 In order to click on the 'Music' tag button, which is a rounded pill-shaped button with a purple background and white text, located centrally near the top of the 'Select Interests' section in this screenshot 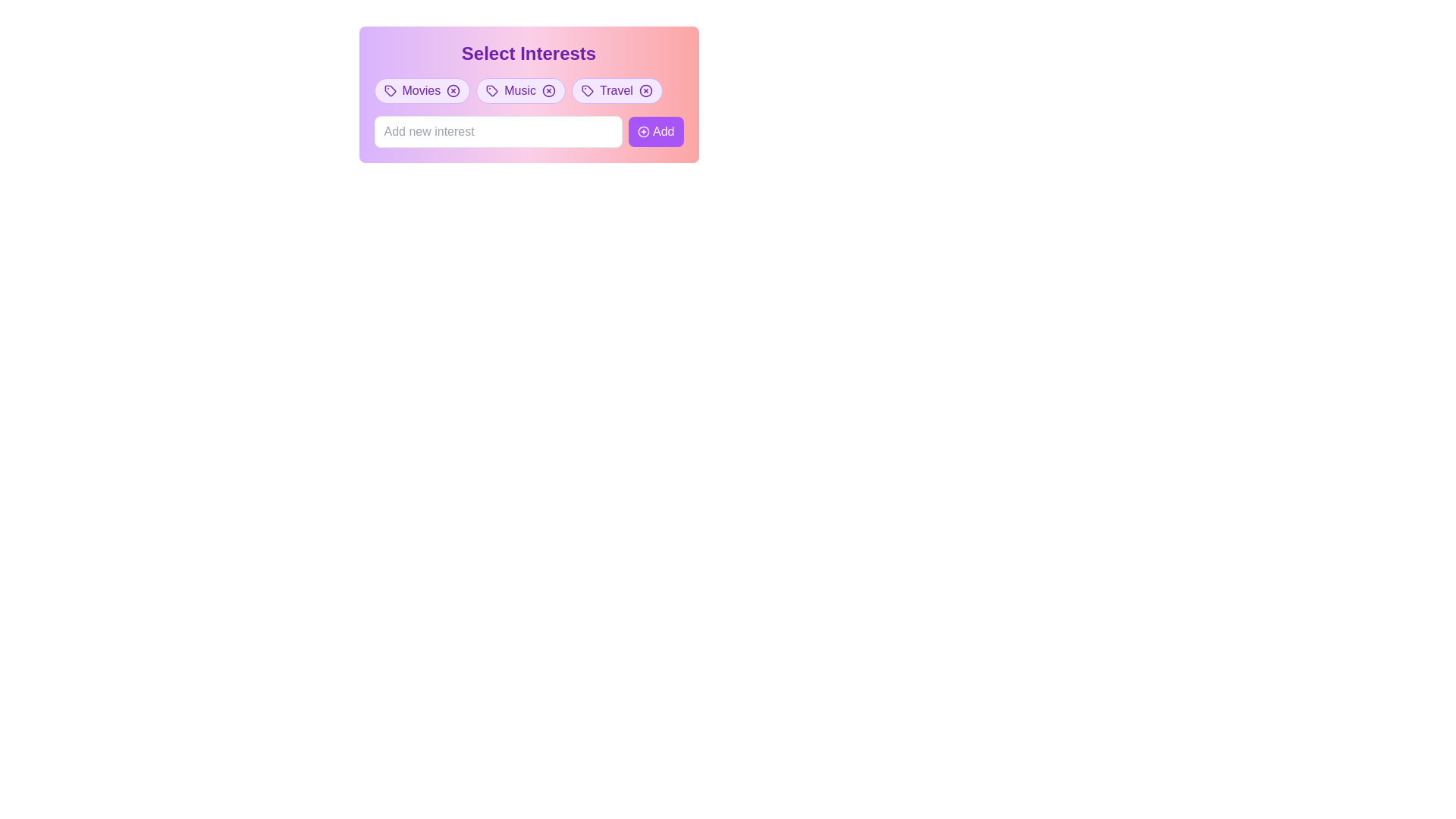, I will do `click(529, 94)`.